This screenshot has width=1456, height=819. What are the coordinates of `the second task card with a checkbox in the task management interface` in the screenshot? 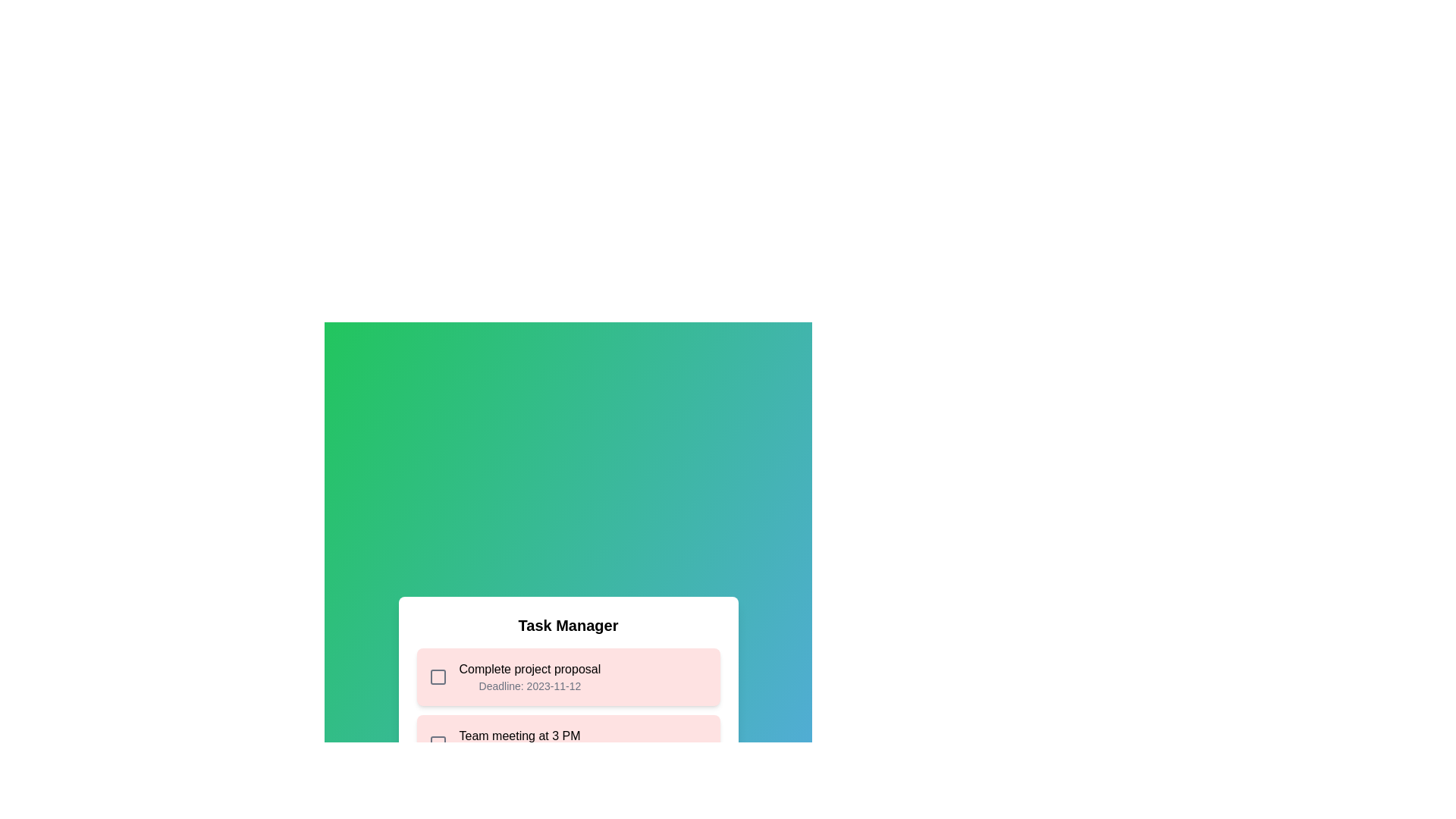 It's located at (567, 742).